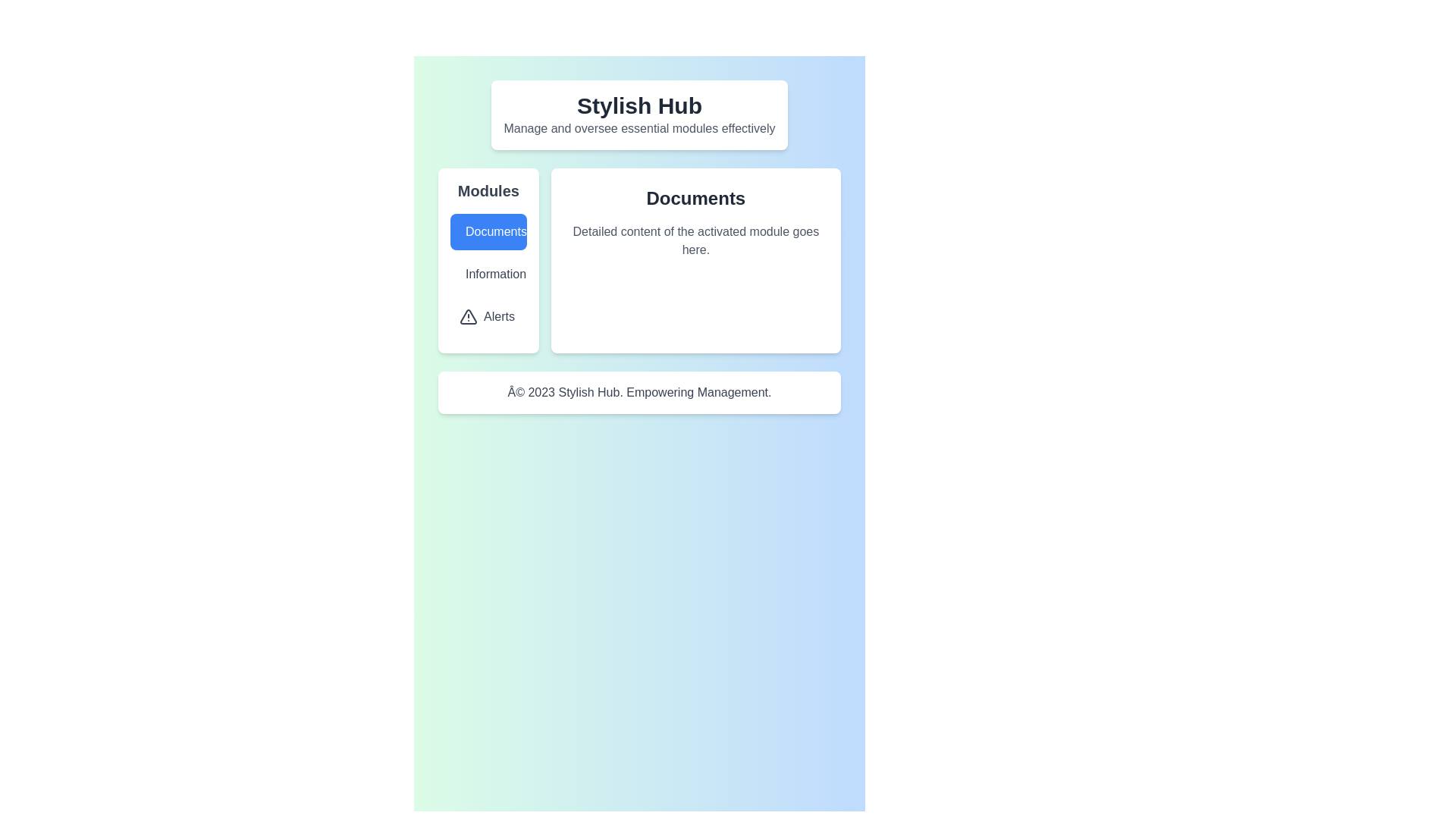  What do you see at coordinates (639, 391) in the screenshot?
I see `the copyright information static text for the platform 'Stylish Hub' located at the bottom center of the interface` at bounding box center [639, 391].